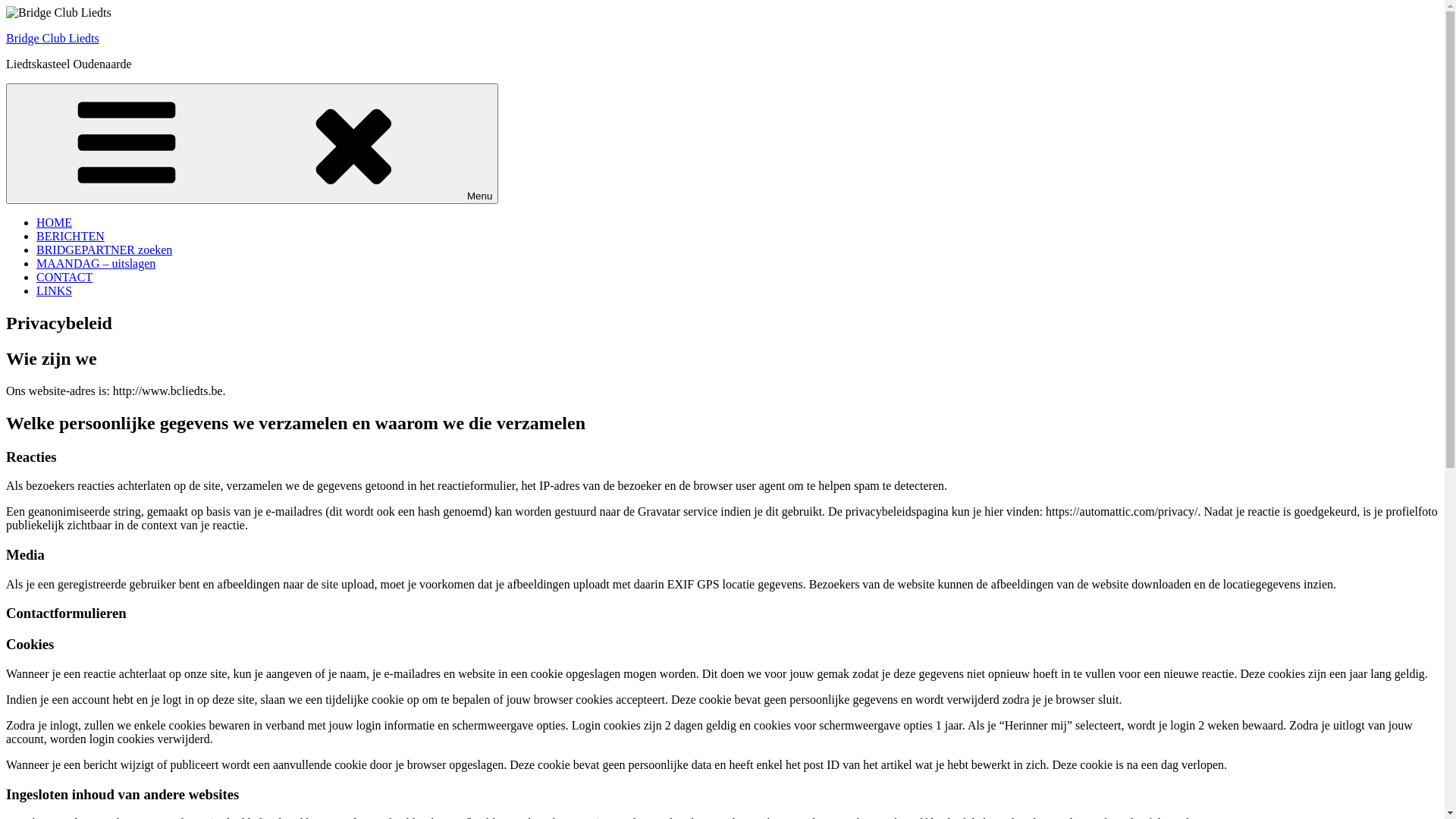 This screenshot has height=819, width=1456. What do you see at coordinates (52, 37) in the screenshot?
I see `'Bridge Club Liedts'` at bounding box center [52, 37].